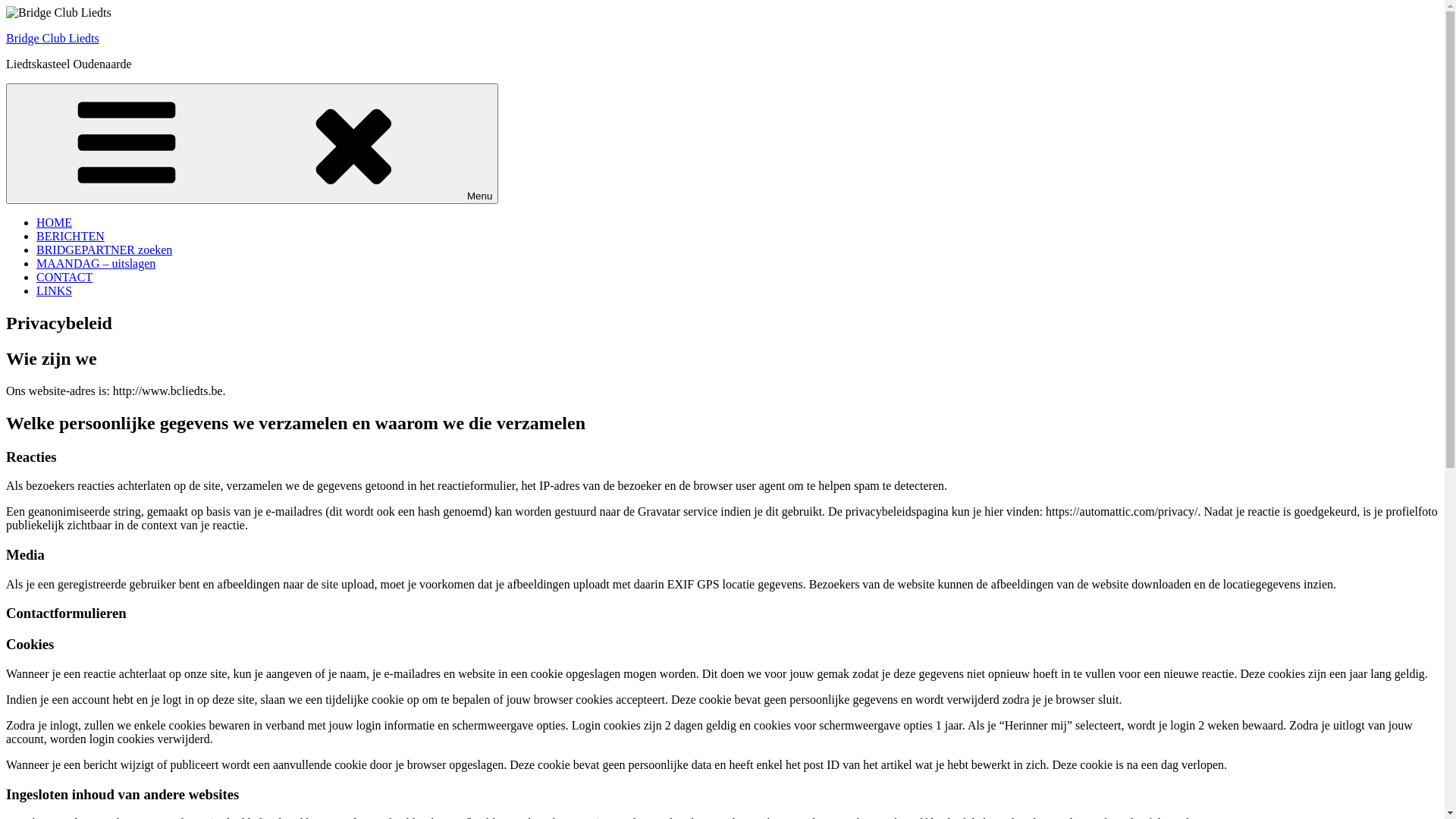 This screenshot has height=819, width=1456. What do you see at coordinates (52, 37) in the screenshot?
I see `'Bridge Club Liedts'` at bounding box center [52, 37].